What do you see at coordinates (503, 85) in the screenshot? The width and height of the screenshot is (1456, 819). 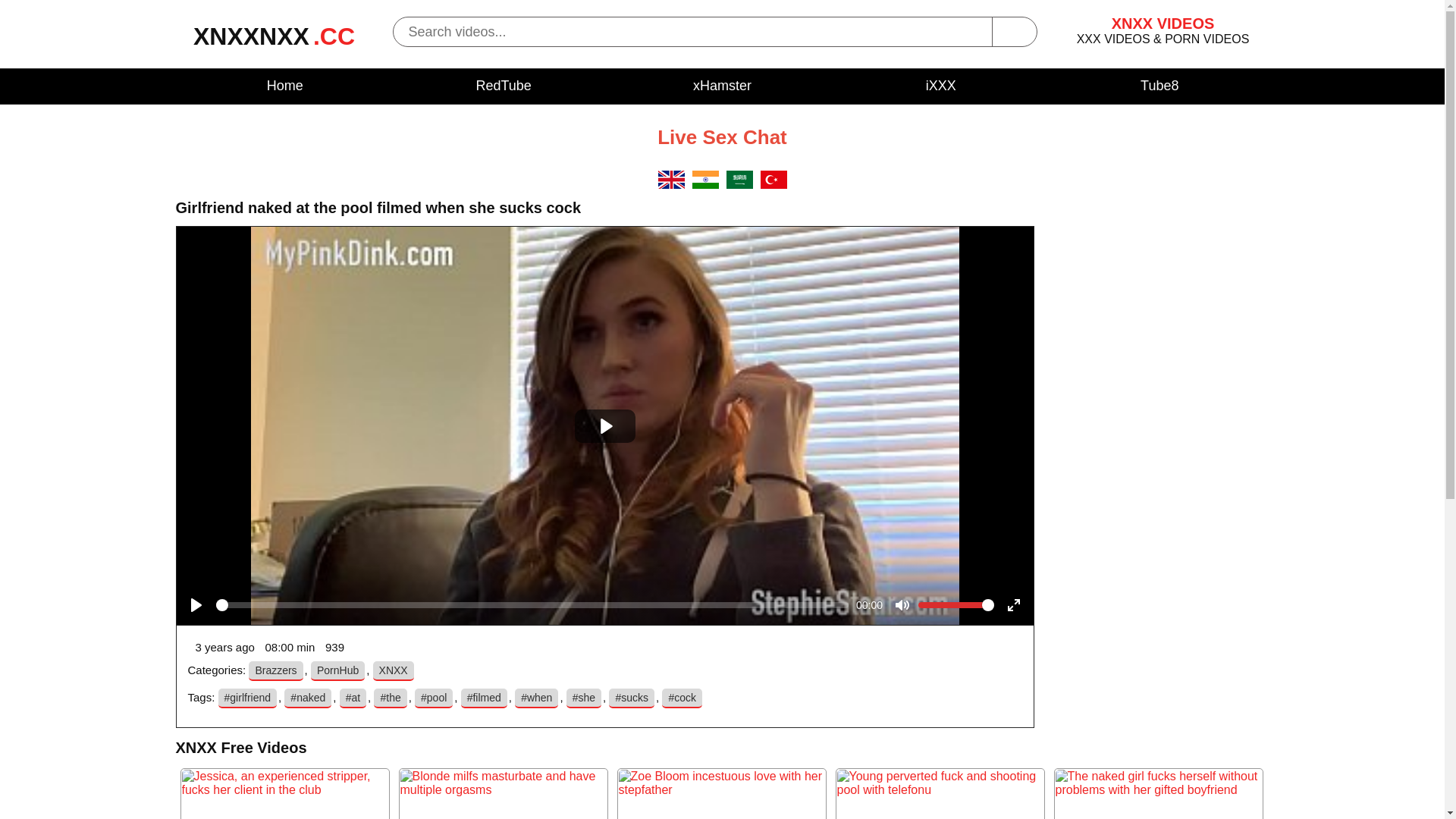 I see `'RedTube'` at bounding box center [503, 85].